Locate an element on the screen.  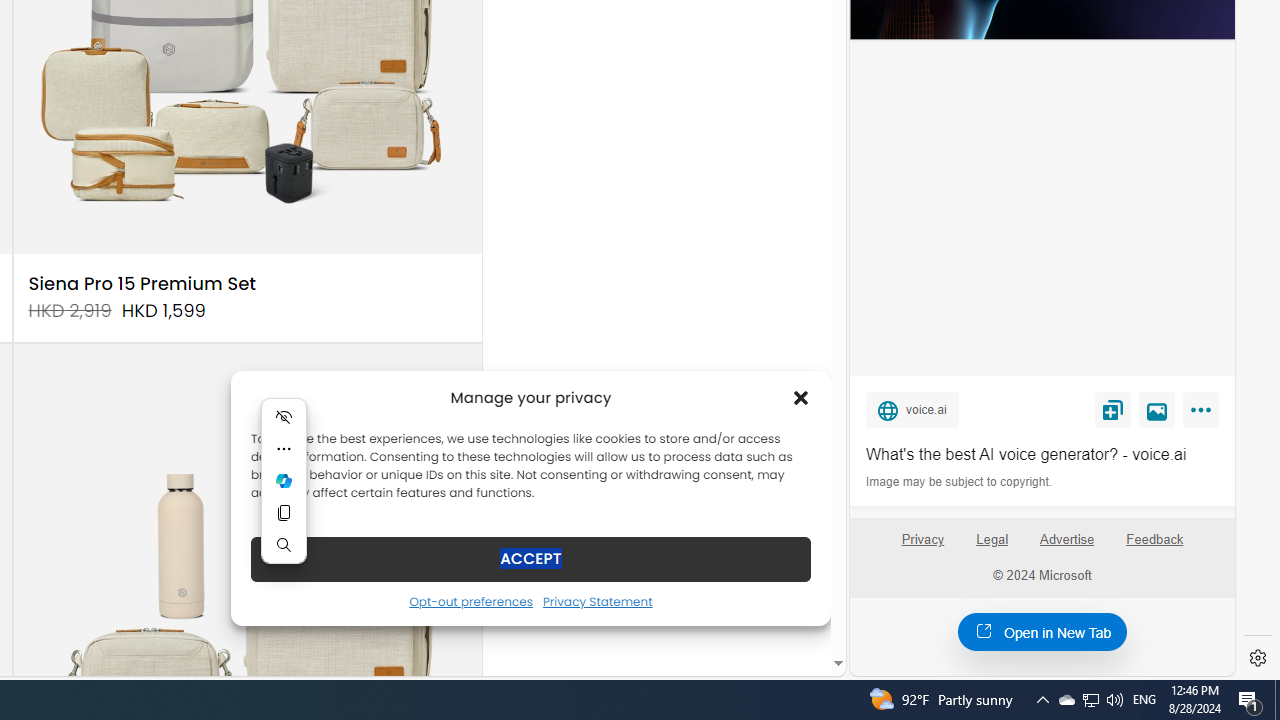
'More actions' is located at coordinates (283, 447).